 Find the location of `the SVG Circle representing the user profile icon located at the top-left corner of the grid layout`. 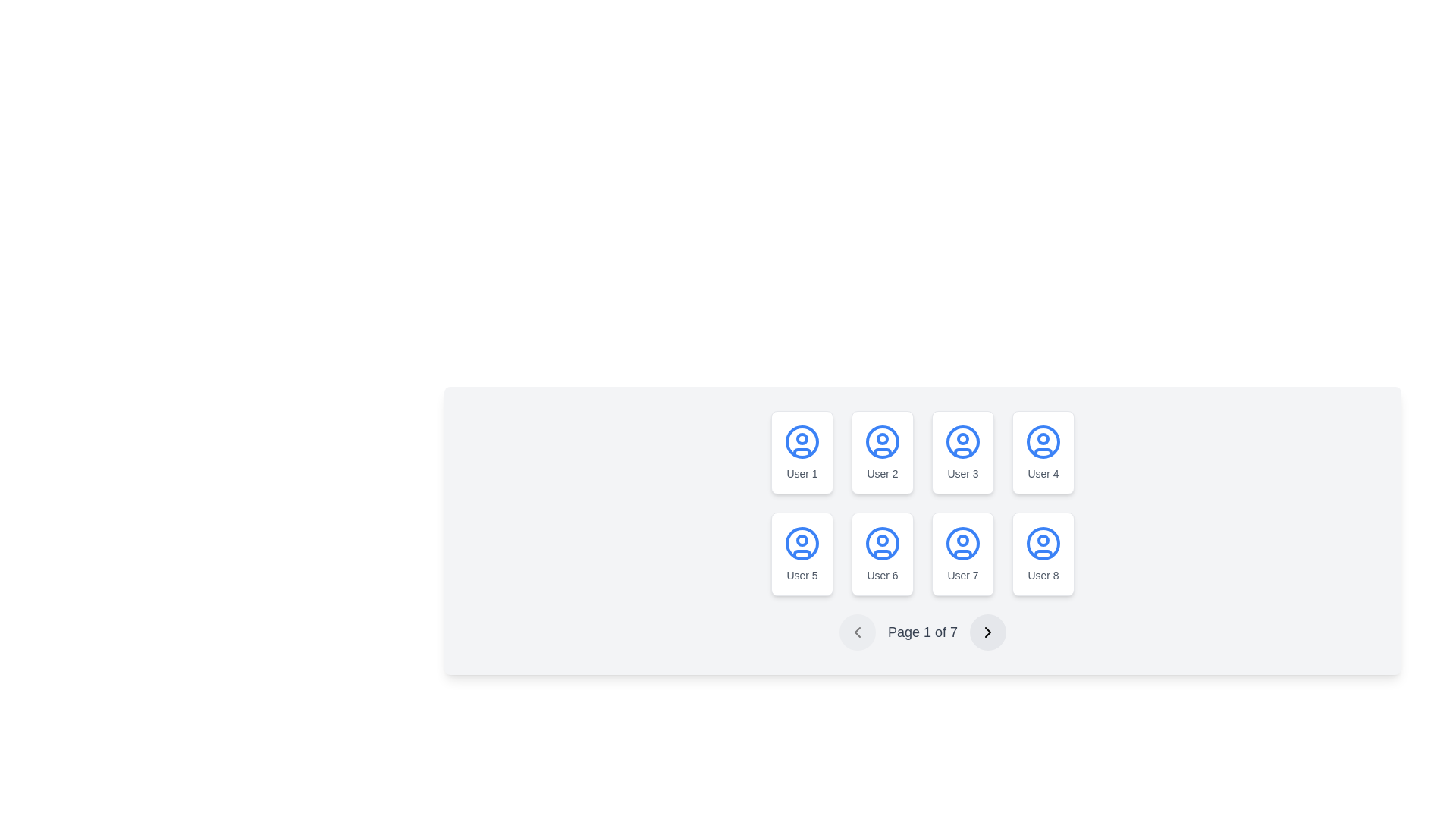

the SVG Circle representing the user profile icon located at the top-left corner of the grid layout is located at coordinates (801, 441).